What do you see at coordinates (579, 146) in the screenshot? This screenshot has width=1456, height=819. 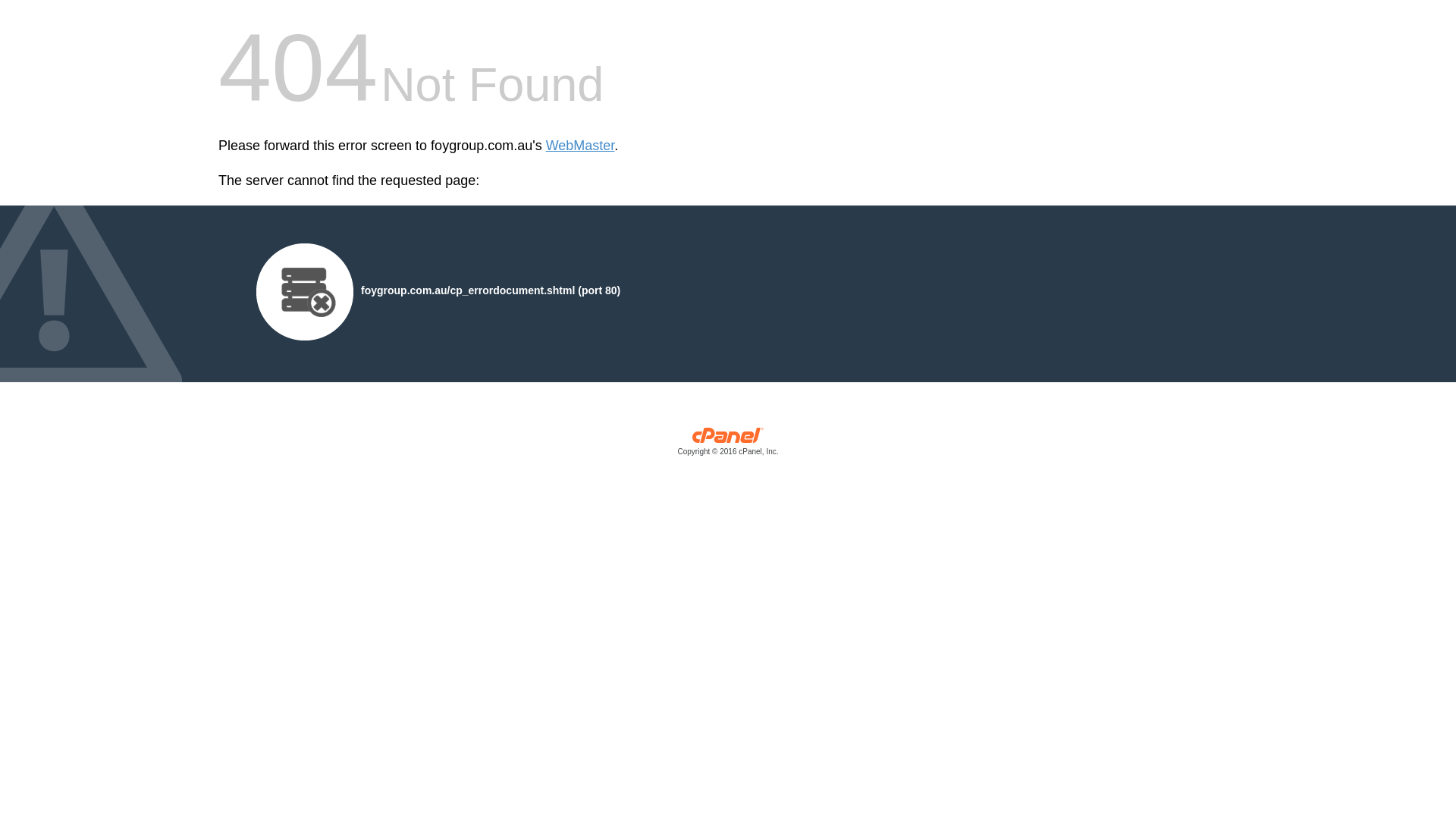 I see `'WebMaster'` at bounding box center [579, 146].